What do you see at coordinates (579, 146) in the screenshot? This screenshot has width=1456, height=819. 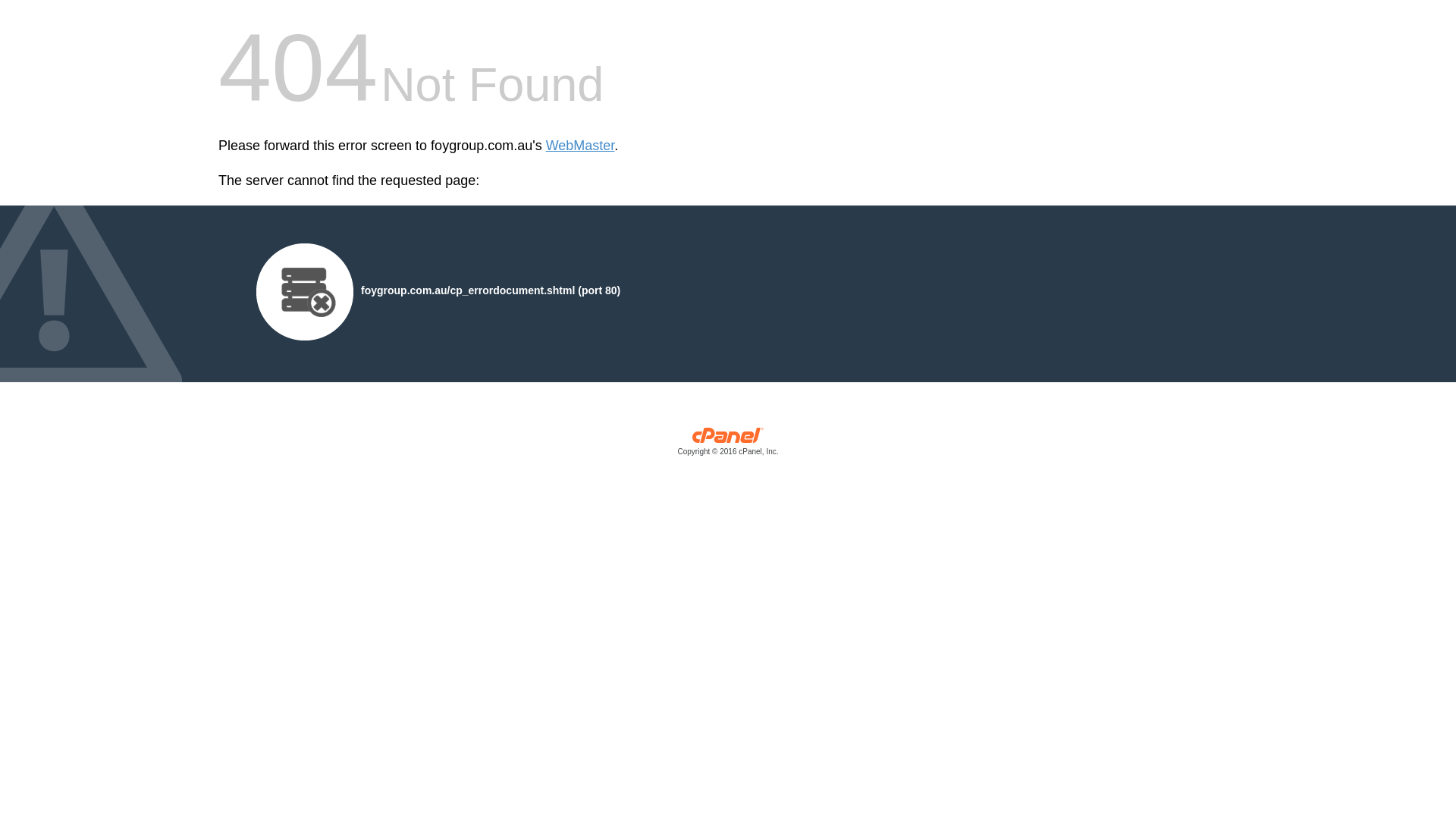 I see `'WebMaster'` at bounding box center [579, 146].